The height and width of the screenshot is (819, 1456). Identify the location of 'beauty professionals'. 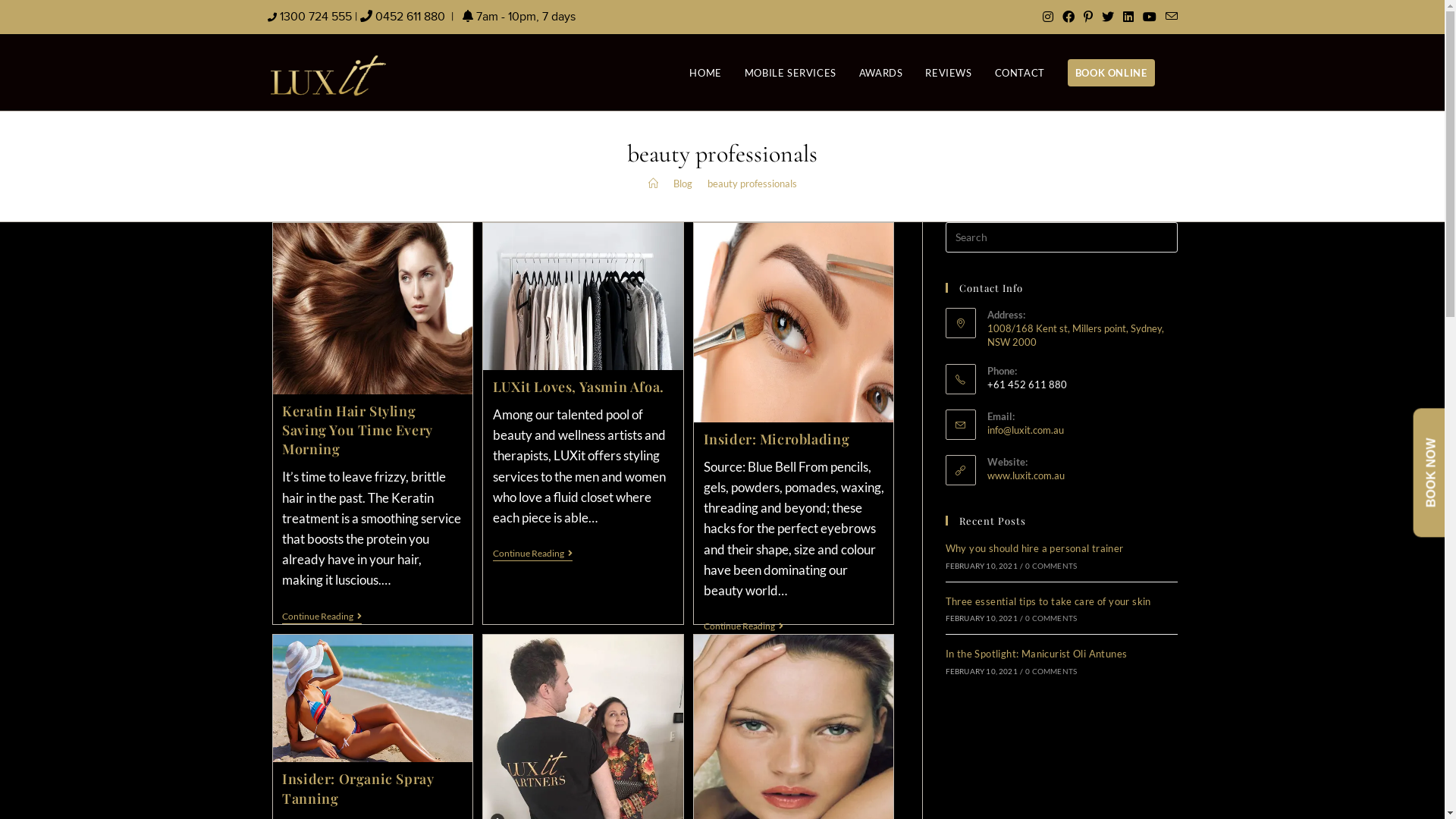
(751, 183).